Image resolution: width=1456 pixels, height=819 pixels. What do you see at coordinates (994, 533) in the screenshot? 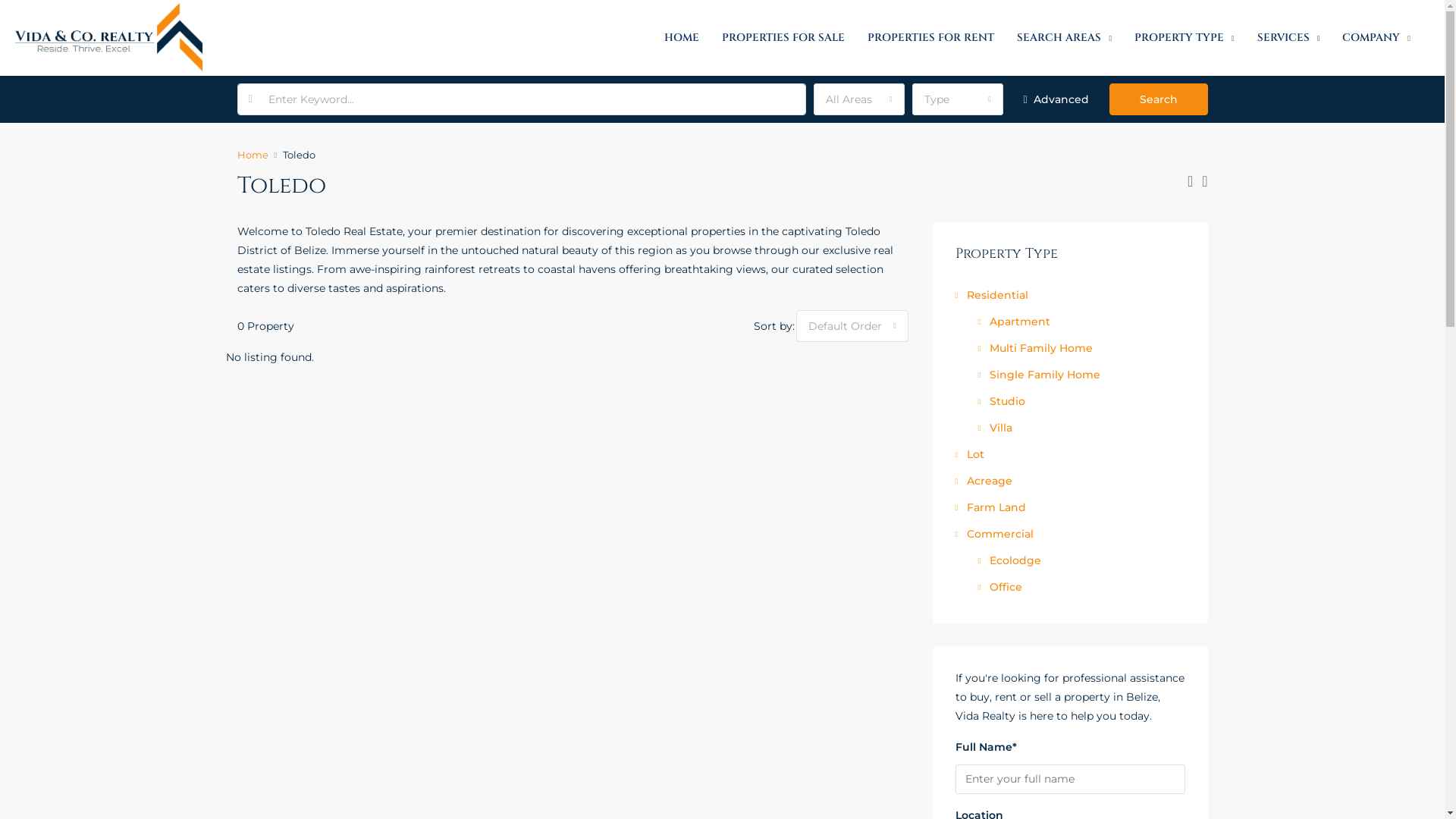
I see `'Commercial'` at bounding box center [994, 533].